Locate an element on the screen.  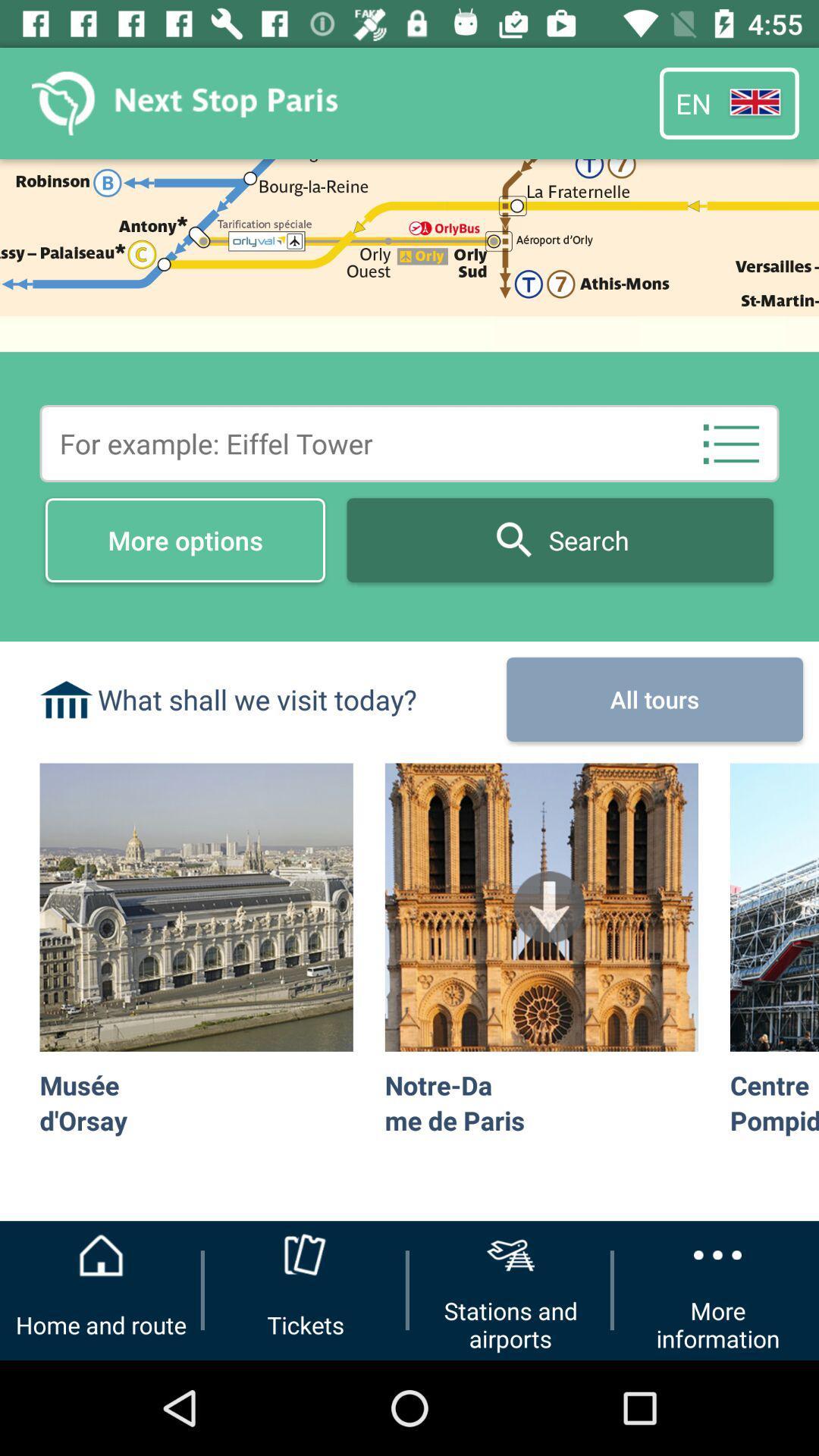
the icon next to the what shall we is located at coordinates (654, 698).